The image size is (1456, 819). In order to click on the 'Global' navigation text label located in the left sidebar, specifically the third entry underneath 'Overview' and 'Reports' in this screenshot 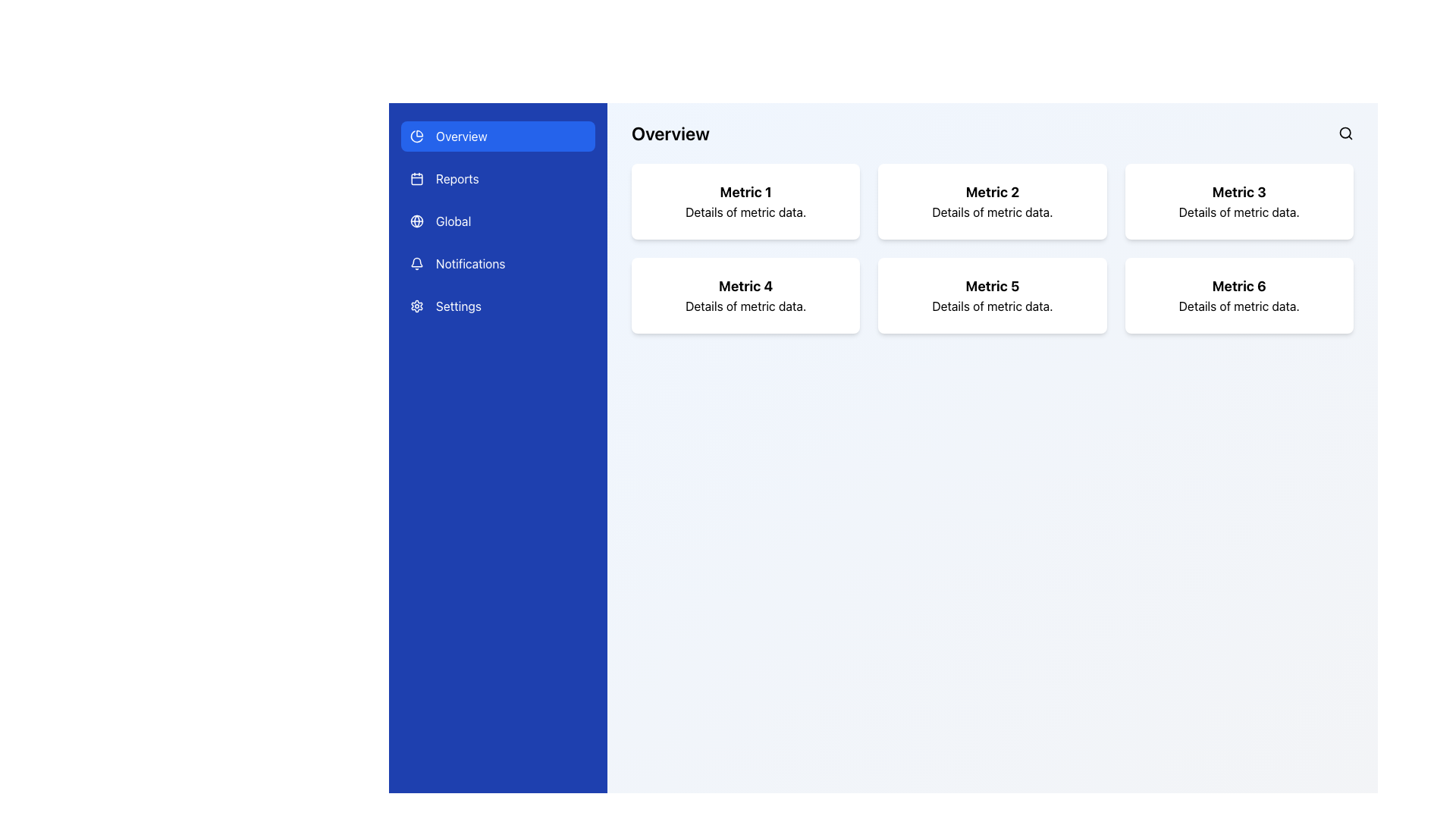, I will do `click(453, 221)`.